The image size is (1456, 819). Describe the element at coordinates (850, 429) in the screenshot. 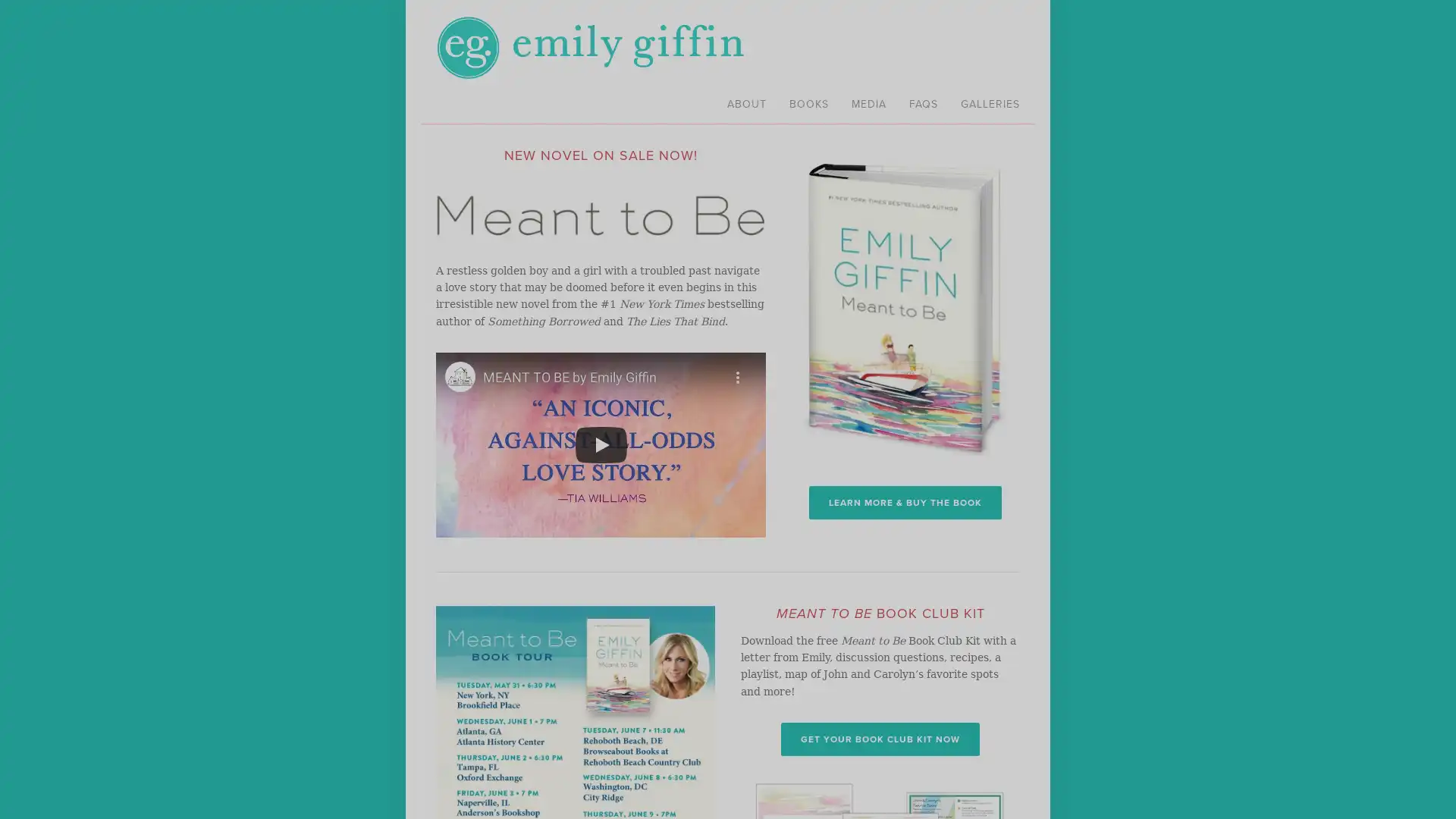

I see `Sign me up!` at that location.